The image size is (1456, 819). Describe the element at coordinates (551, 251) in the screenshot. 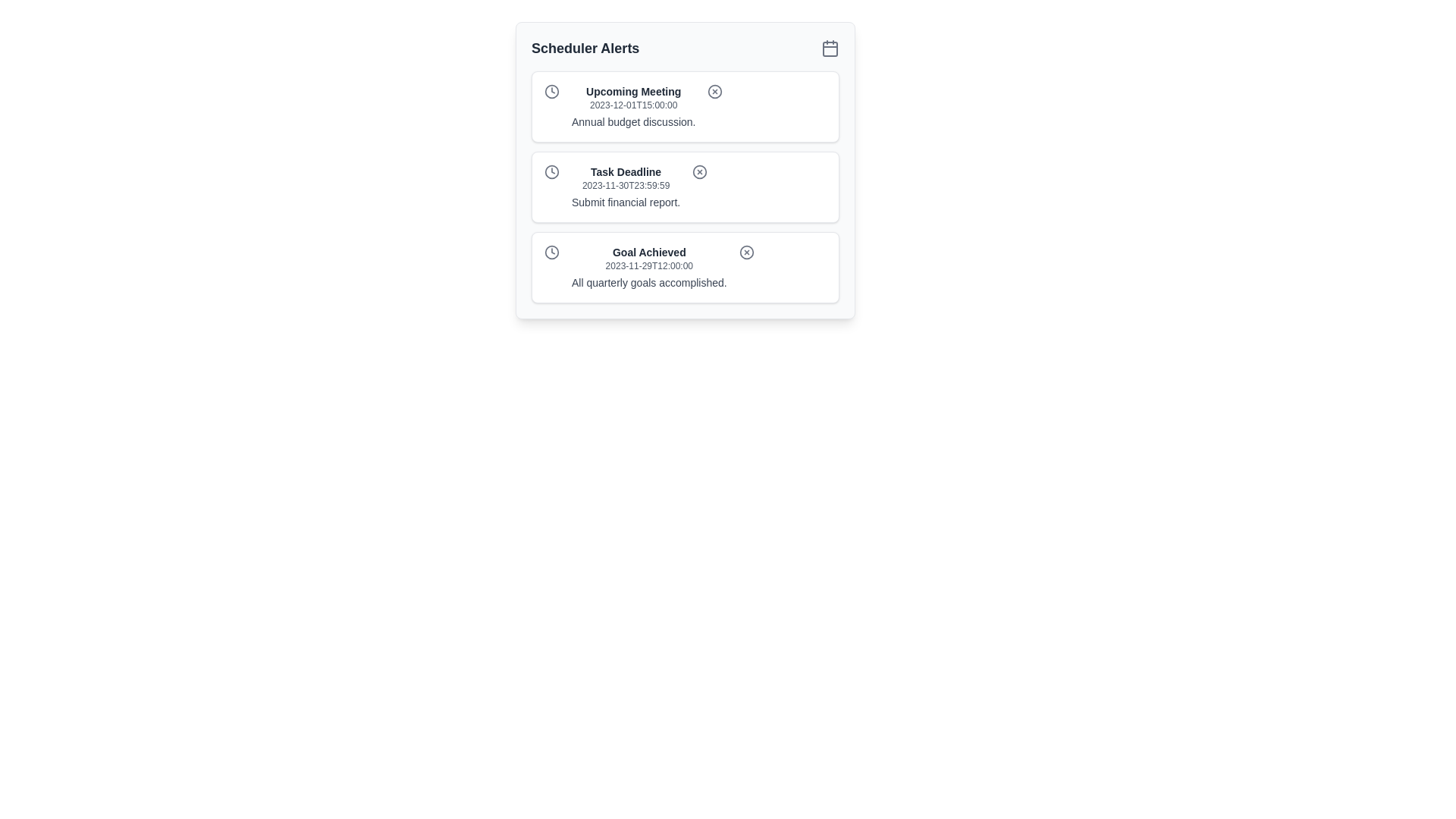

I see `the significance of the time or schedule icon located within the 'Goal Achieved' notification box at the bottom of the 'Scheduler Alerts' card, positioned to the left of the text content` at that location.